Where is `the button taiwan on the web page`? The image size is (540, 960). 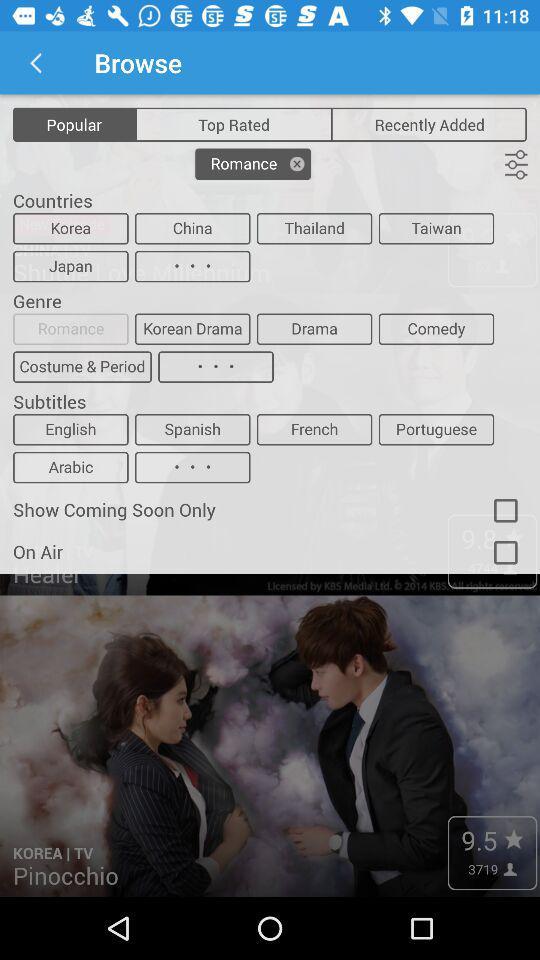
the button taiwan on the web page is located at coordinates (435, 228).